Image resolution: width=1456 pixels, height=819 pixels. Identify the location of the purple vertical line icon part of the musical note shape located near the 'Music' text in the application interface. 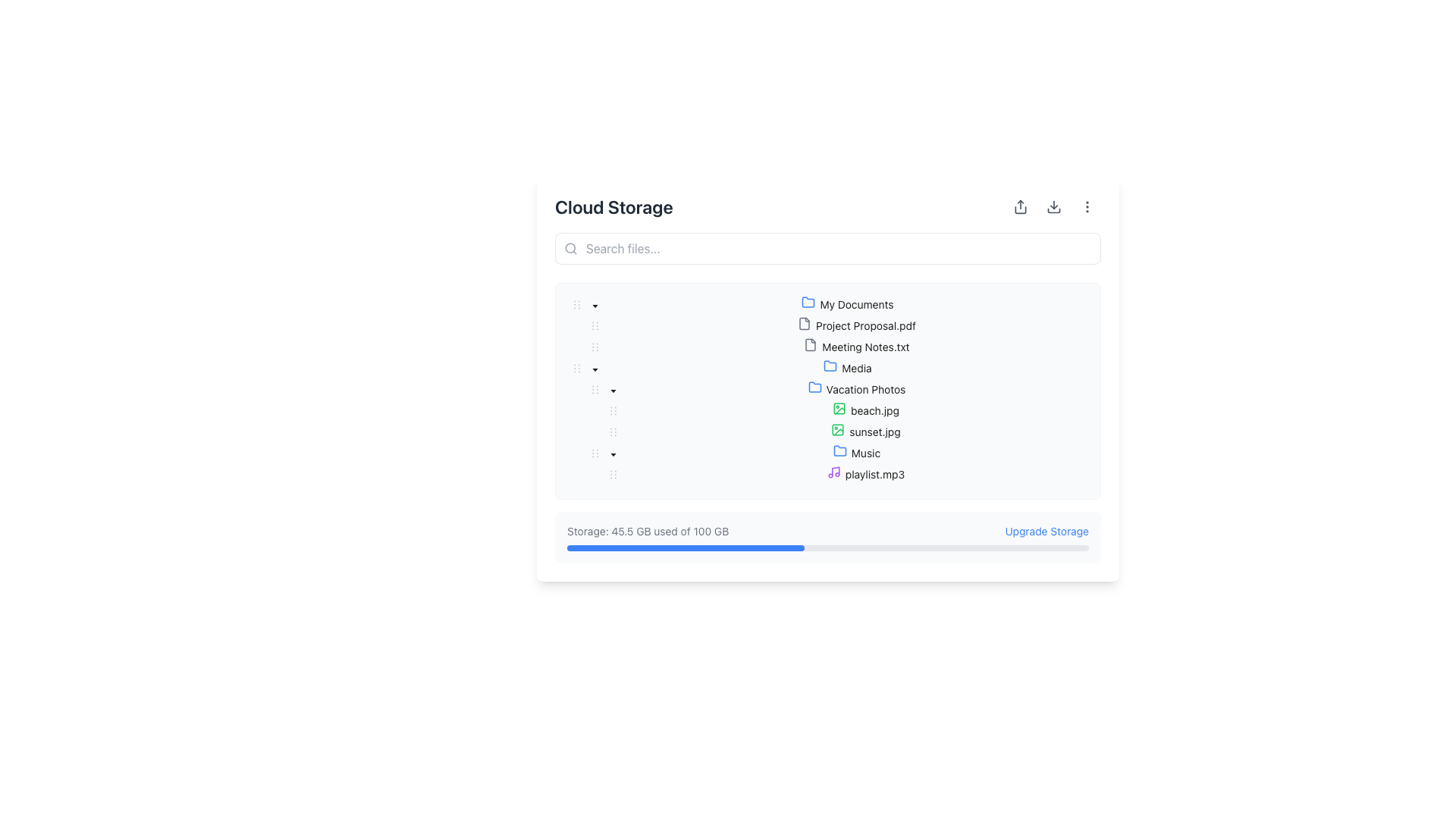
(835, 470).